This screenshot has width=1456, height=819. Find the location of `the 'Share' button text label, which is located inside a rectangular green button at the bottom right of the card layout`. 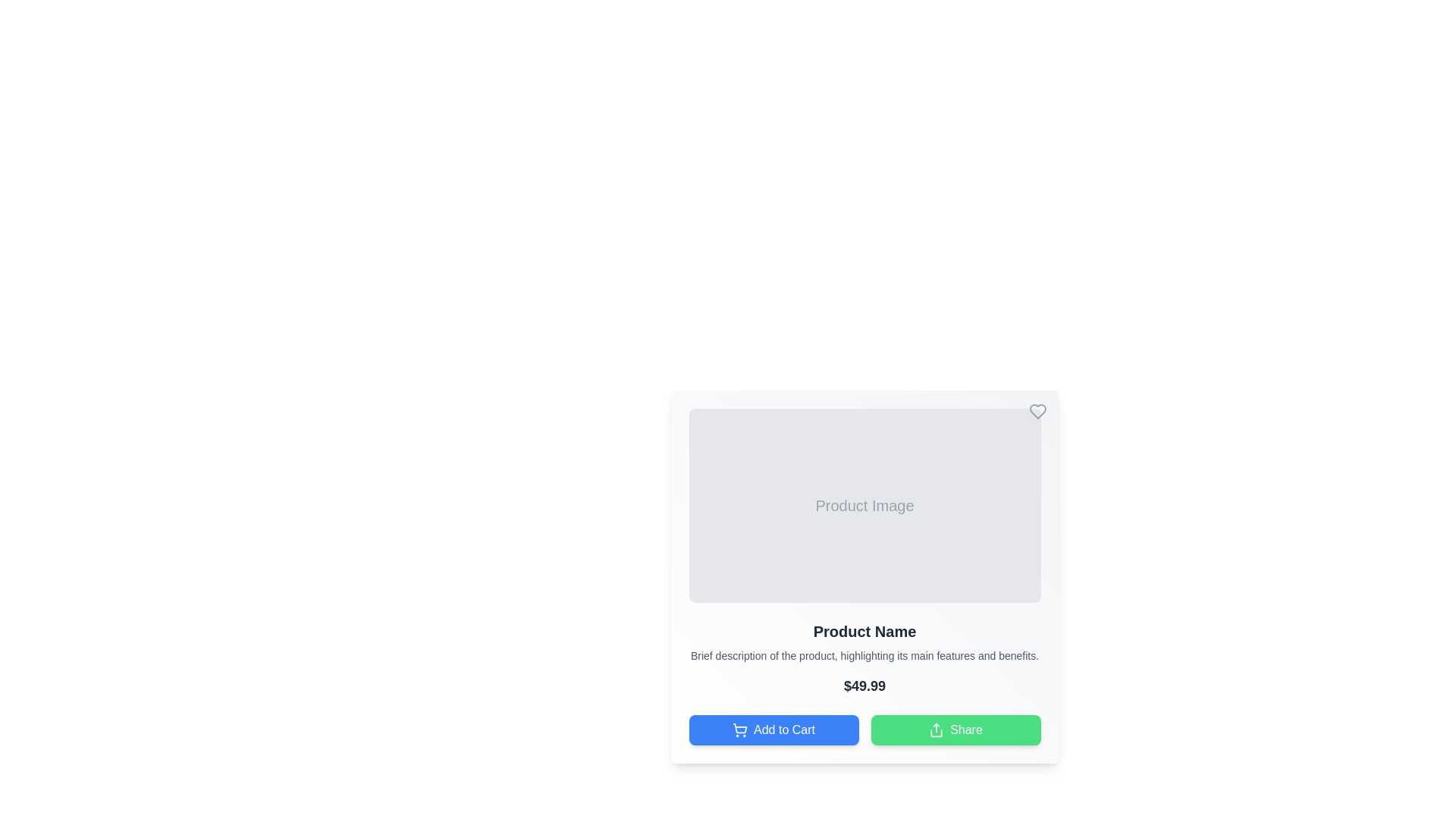

the 'Share' button text label, which is located inside a rectangular green button at the bottom right of the card layout is located at coordinates (965, 730).